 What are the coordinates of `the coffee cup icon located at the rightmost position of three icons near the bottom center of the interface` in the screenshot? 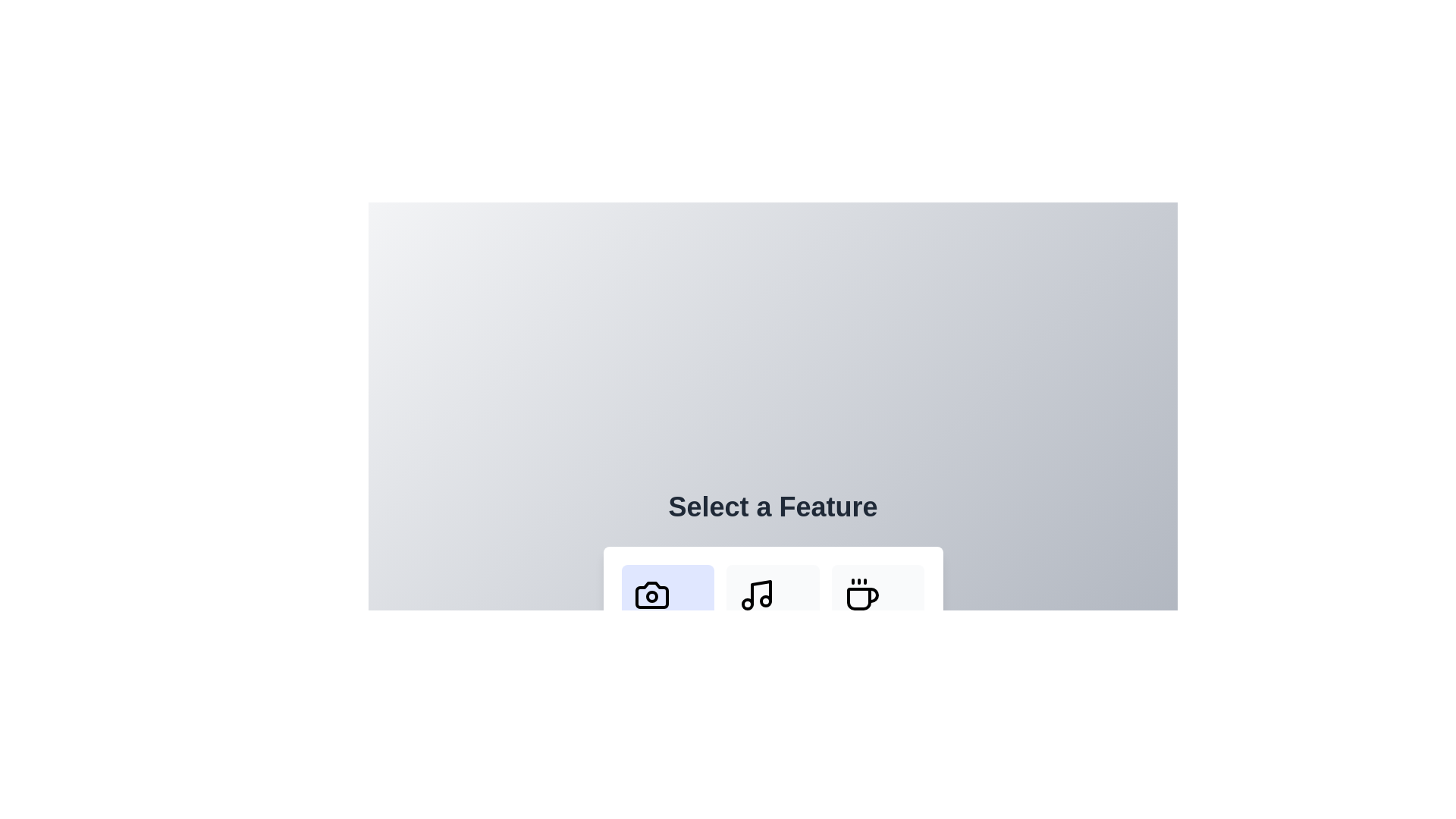 It's located at (862, 598).